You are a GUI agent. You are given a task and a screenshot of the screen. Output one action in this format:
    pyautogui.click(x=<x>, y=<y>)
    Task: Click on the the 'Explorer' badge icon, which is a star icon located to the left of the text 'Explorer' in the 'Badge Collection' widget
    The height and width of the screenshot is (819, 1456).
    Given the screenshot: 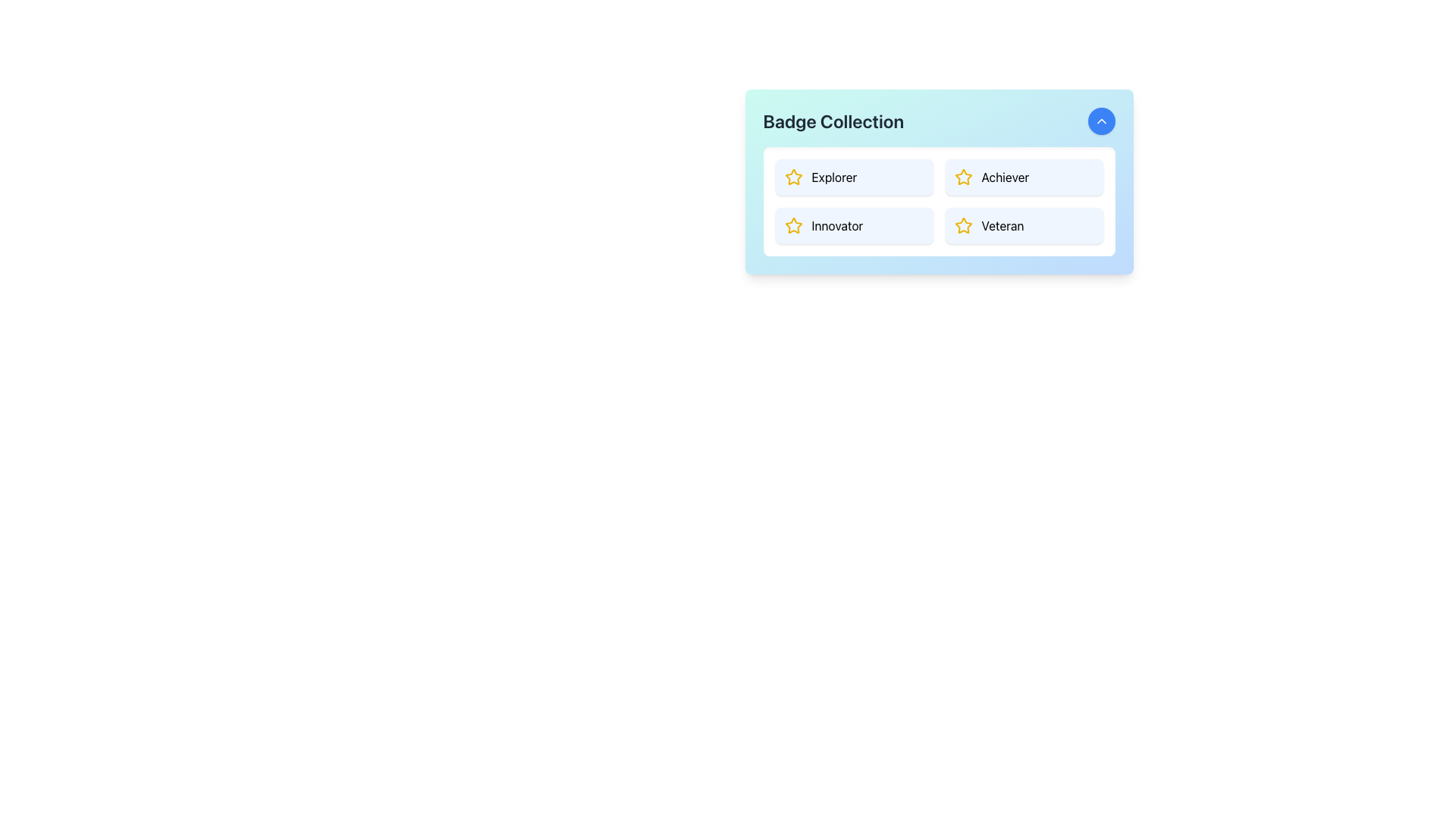 What is the action you would take?
    pyautogui.click(x=792, y=177)
    